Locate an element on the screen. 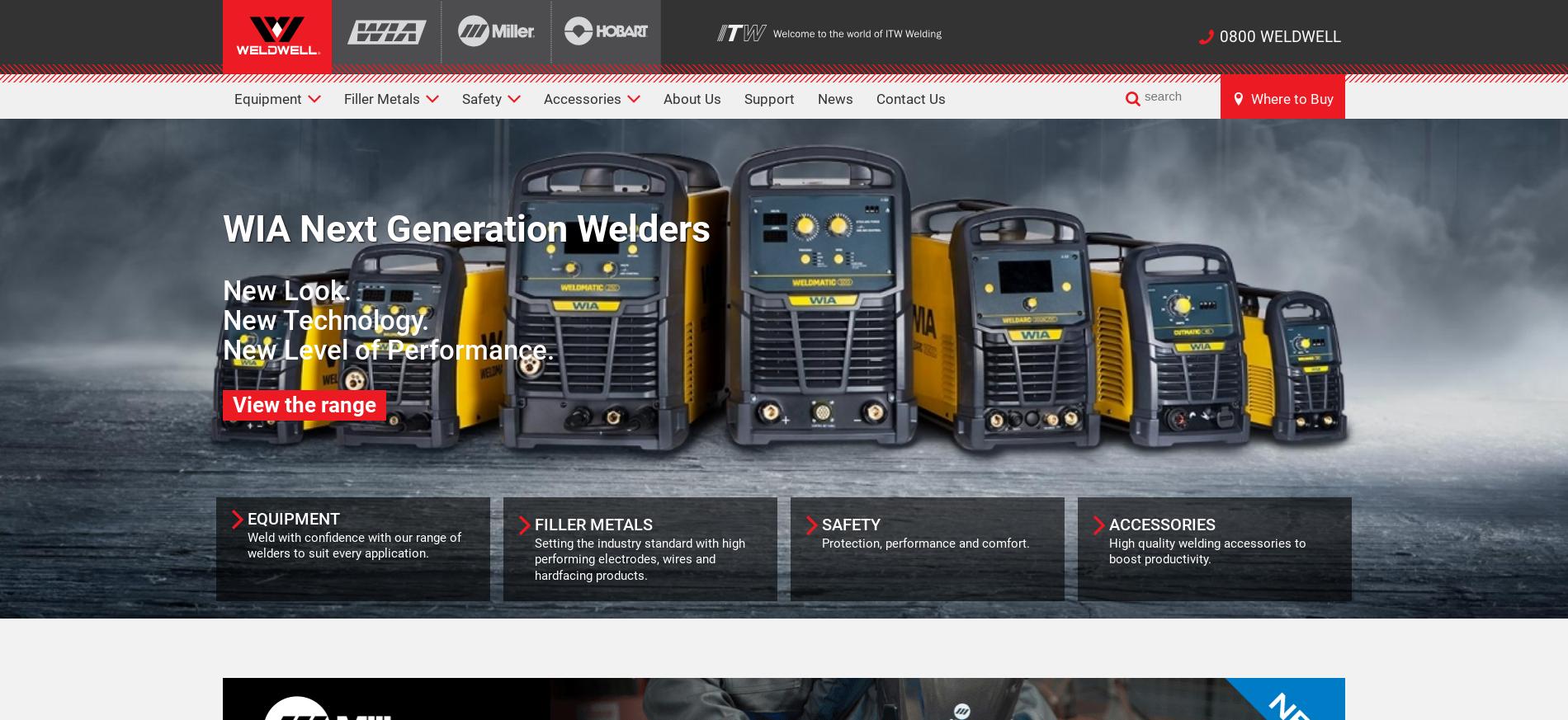 The height and width of the screenshot is (720, 1568). 'New Technology.' is located at coordinates (325, 318).